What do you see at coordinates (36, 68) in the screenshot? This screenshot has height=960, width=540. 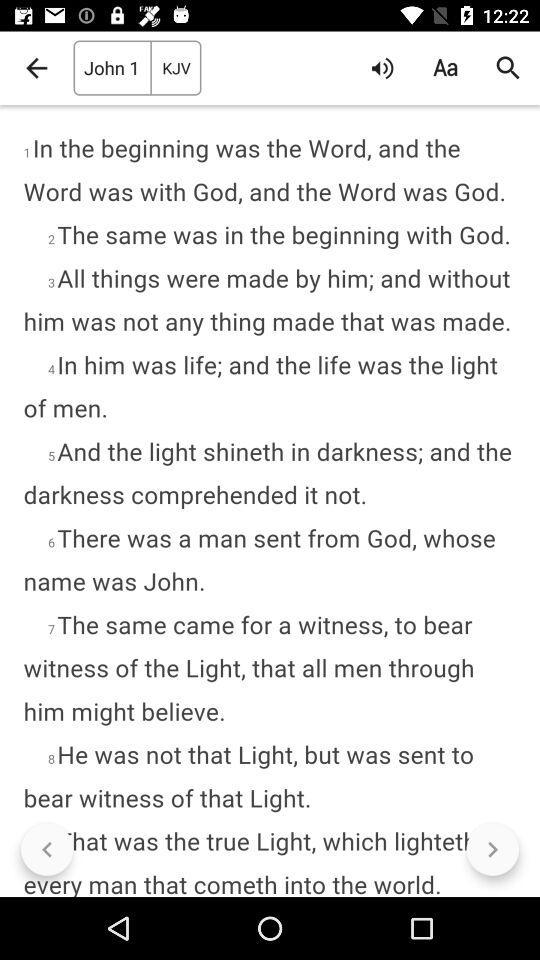 I see `icon to the left of john 1 item` at bounding box center [36, 68].